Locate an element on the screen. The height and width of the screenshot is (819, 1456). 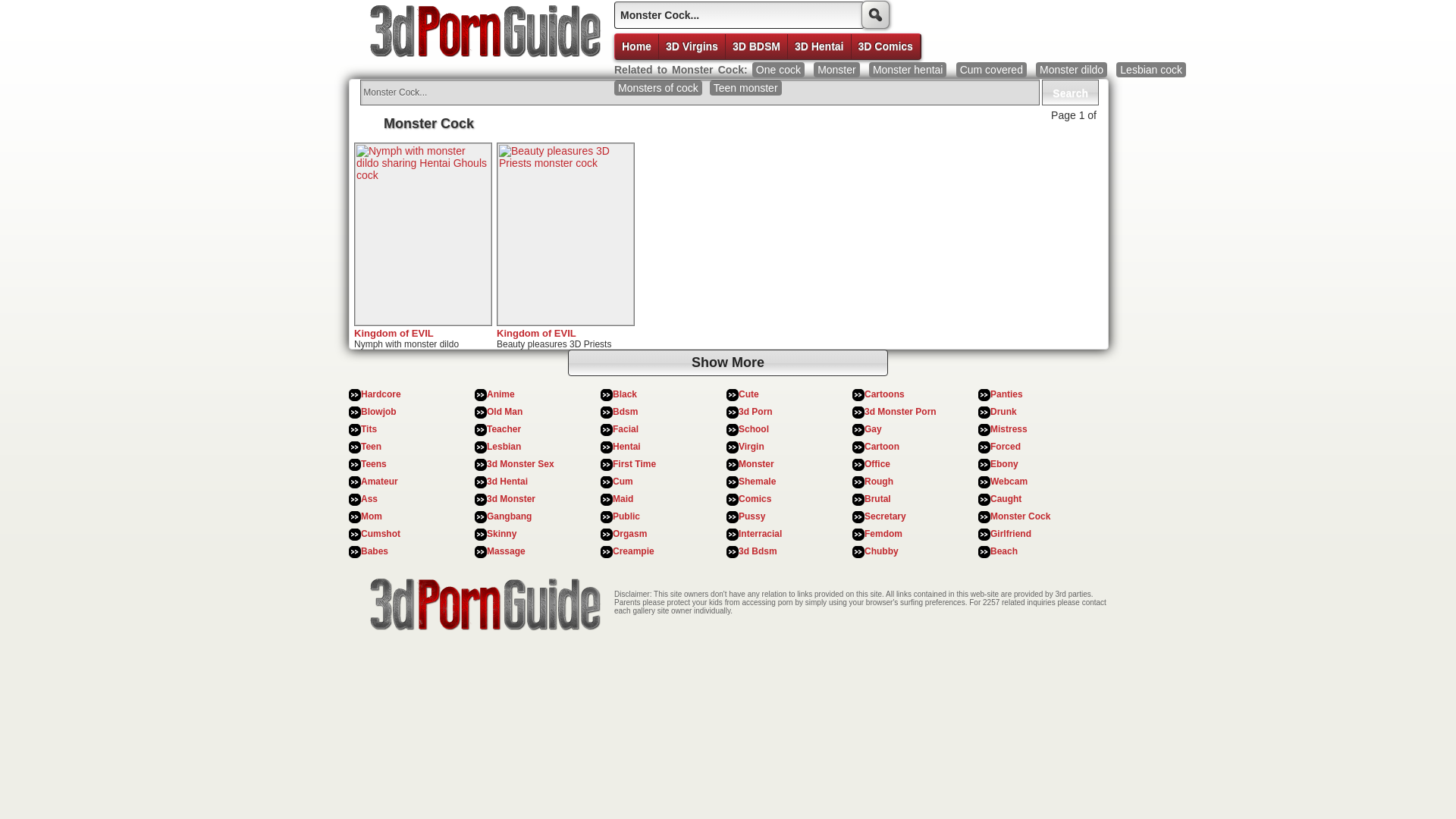
'Caught' is located at coordinates (1006, 499).